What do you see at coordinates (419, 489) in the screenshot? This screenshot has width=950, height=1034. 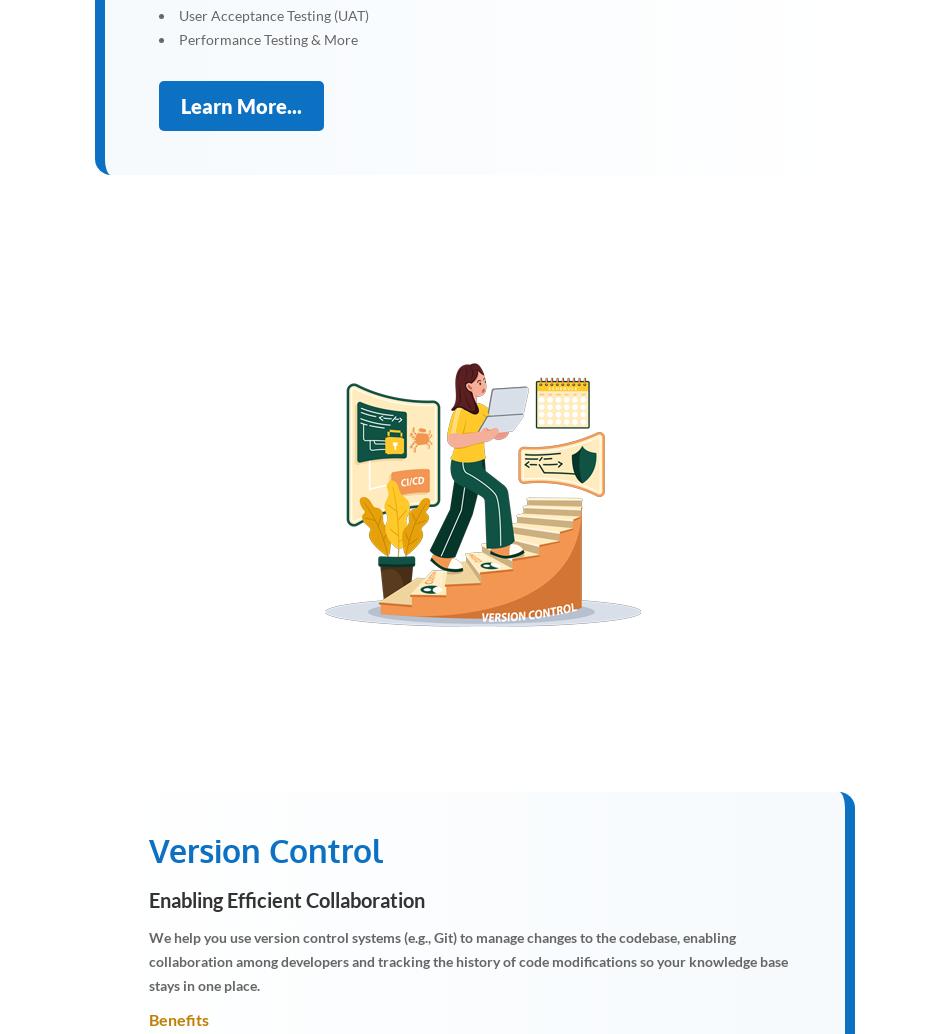 I see `'I'` at bounding box center [419, 489].